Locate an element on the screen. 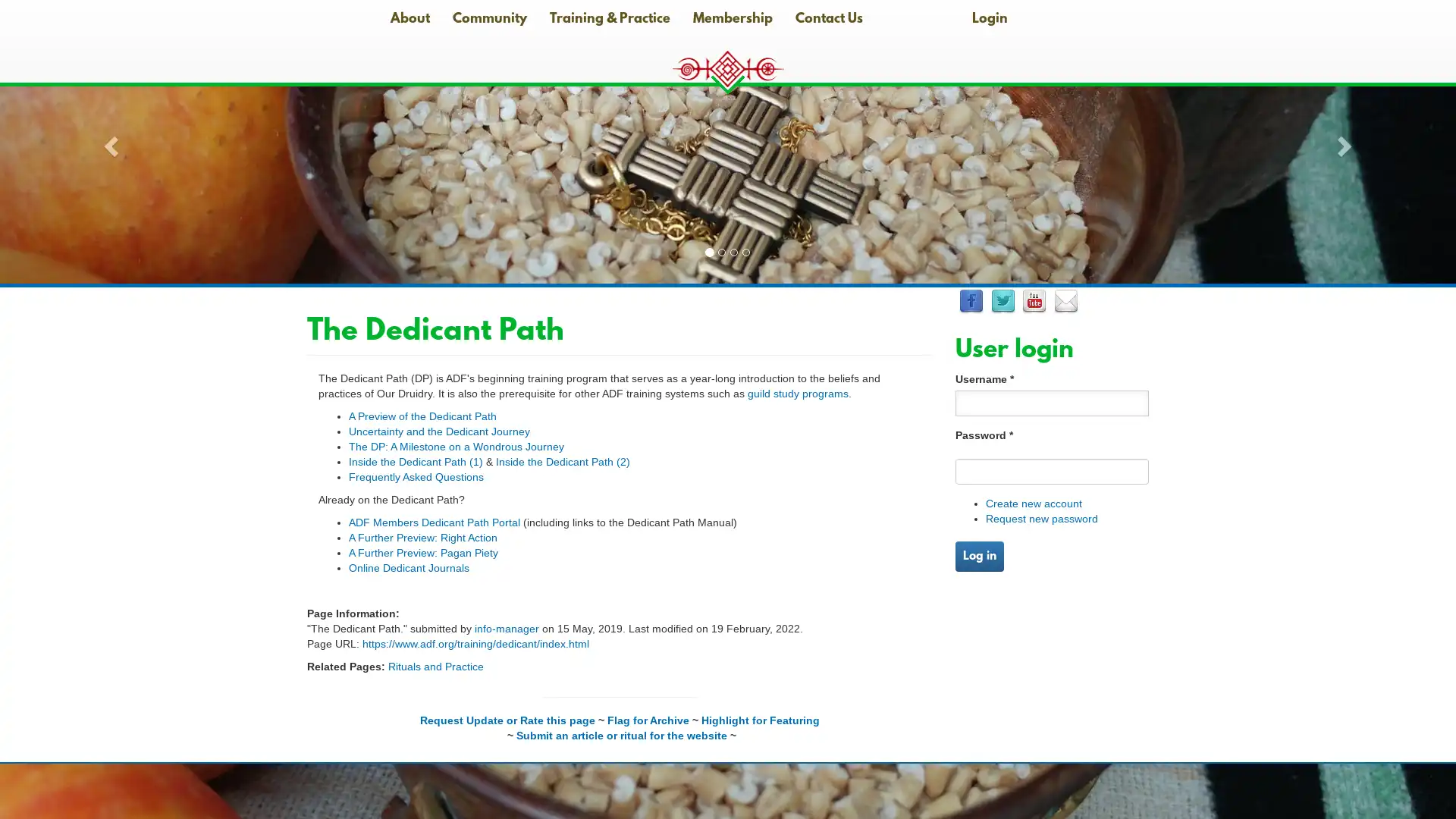 Image resolution: width=1456 pixels, height=819 pixels. Log in is located at coordinates (979, 555).